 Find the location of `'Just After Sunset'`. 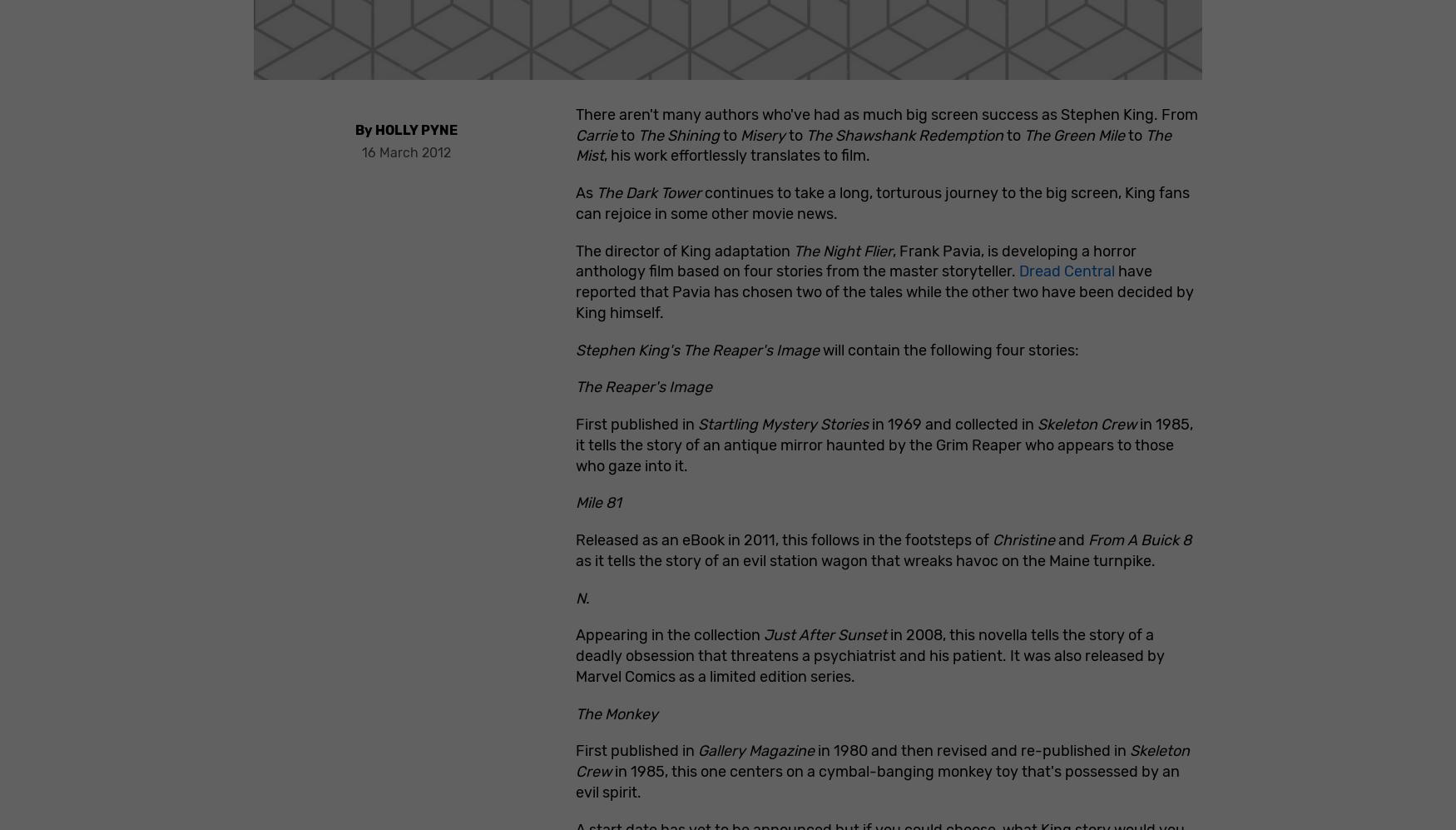

'Just After Sunset' is located at coordinates (825, 635).